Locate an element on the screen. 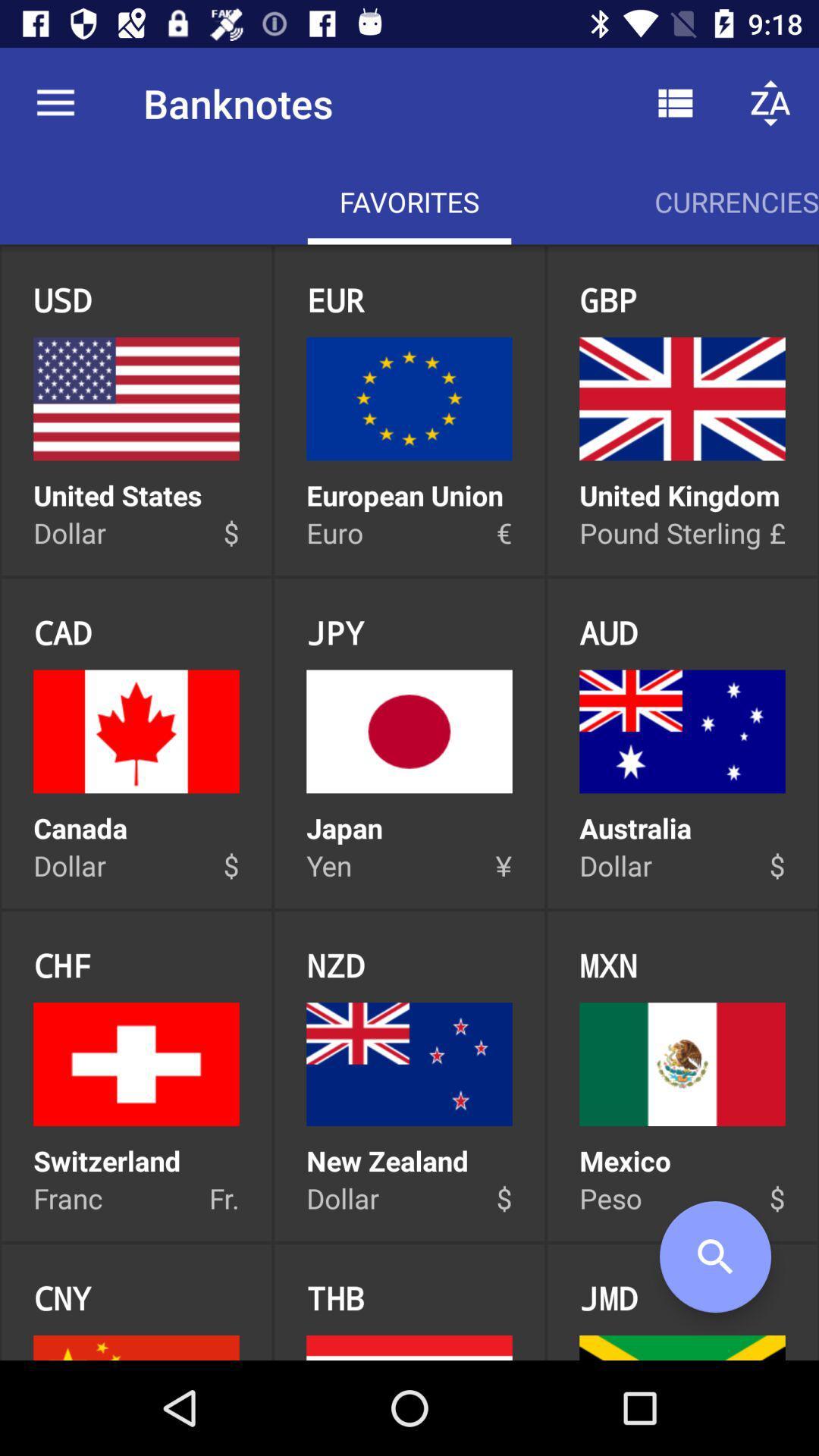 The image size is (819, 1456). item above the currencies app is located at coordinates (771, 102).